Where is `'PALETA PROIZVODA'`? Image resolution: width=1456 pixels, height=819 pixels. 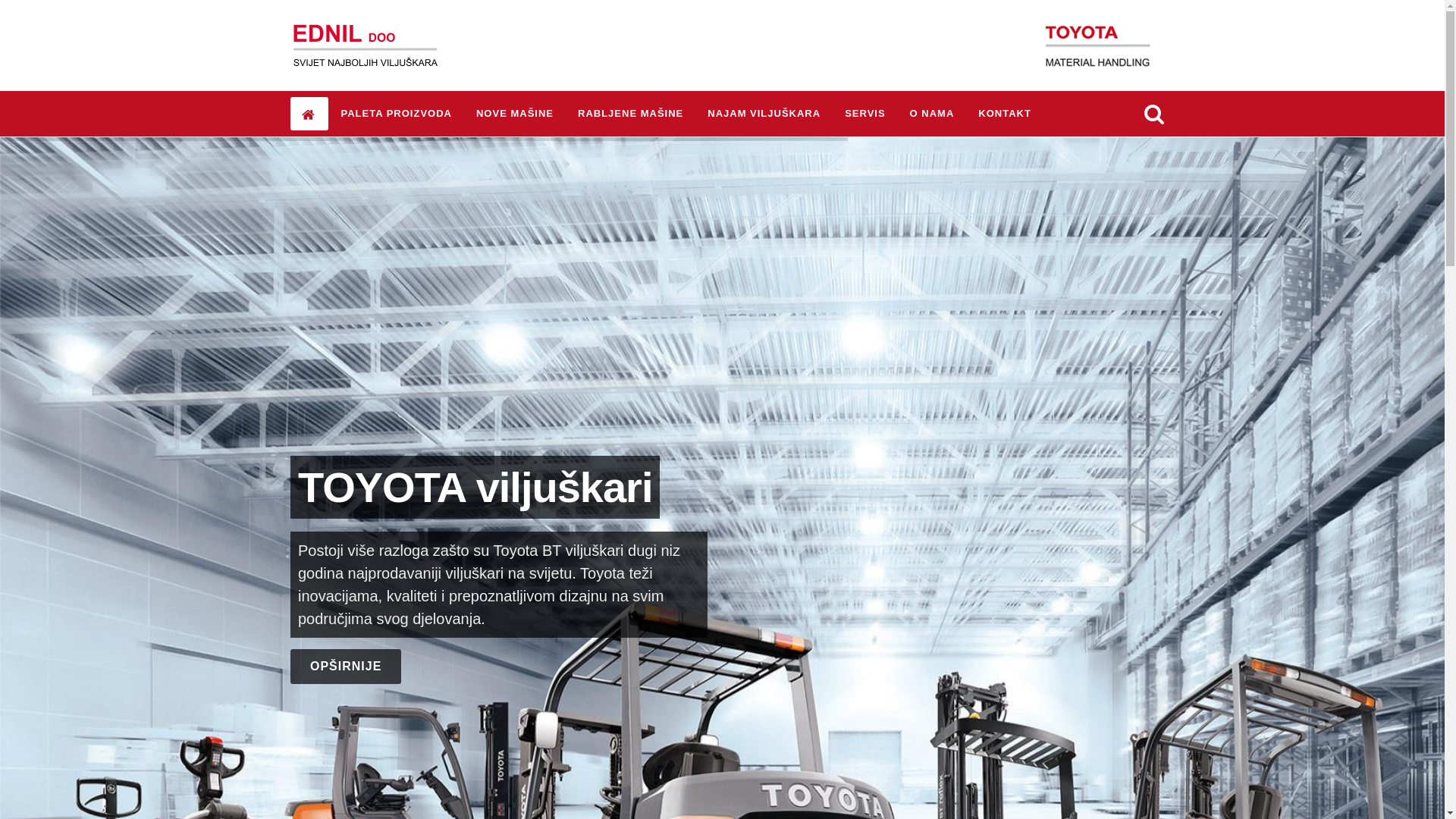
'PALETA PROIZVODA' is located at coordinates (328, 113).